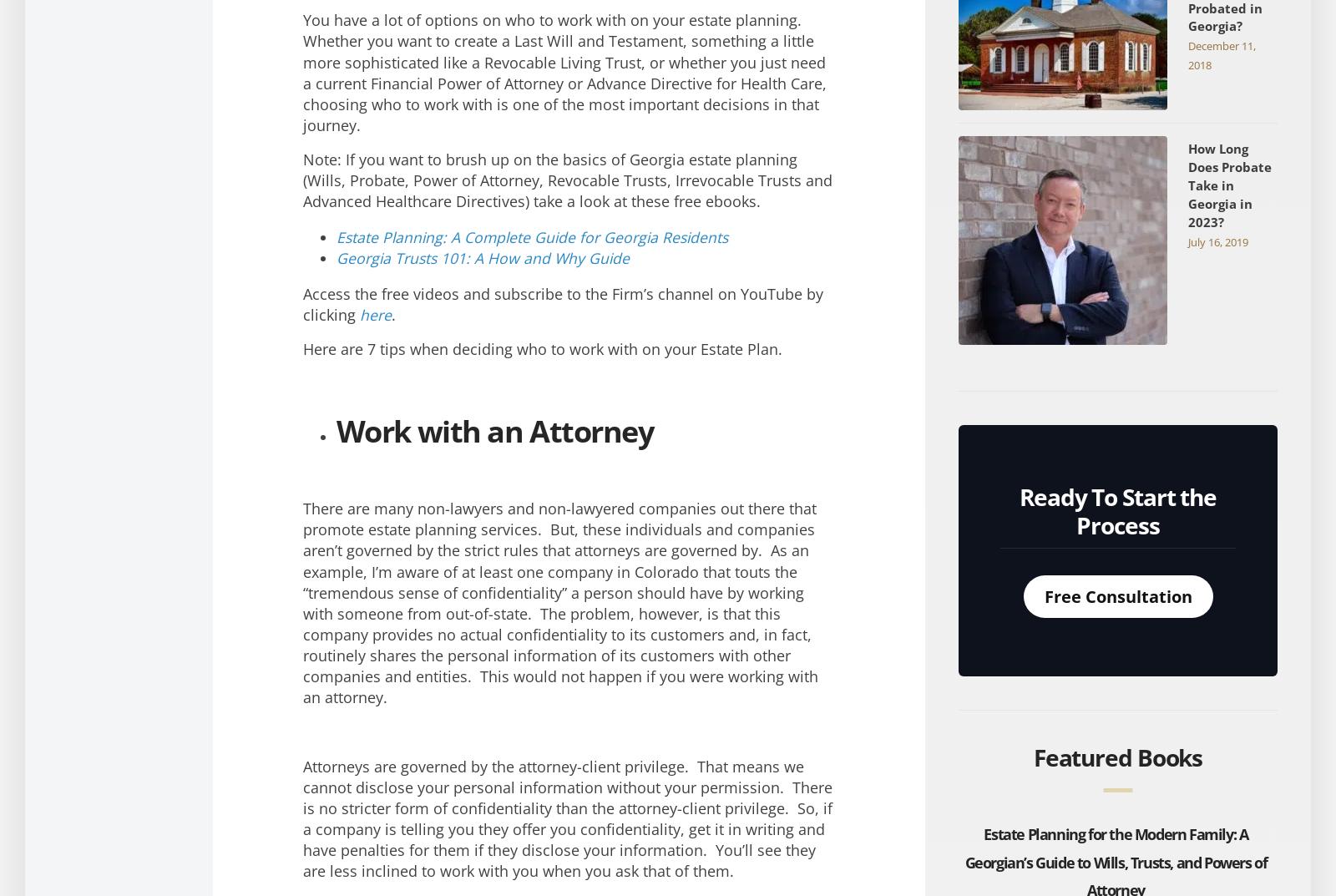 The width and height of the screenshot is (1336, 896). I want to click on 'Georgia Trusts 101: A How and Why Guide', so click(481, 258).